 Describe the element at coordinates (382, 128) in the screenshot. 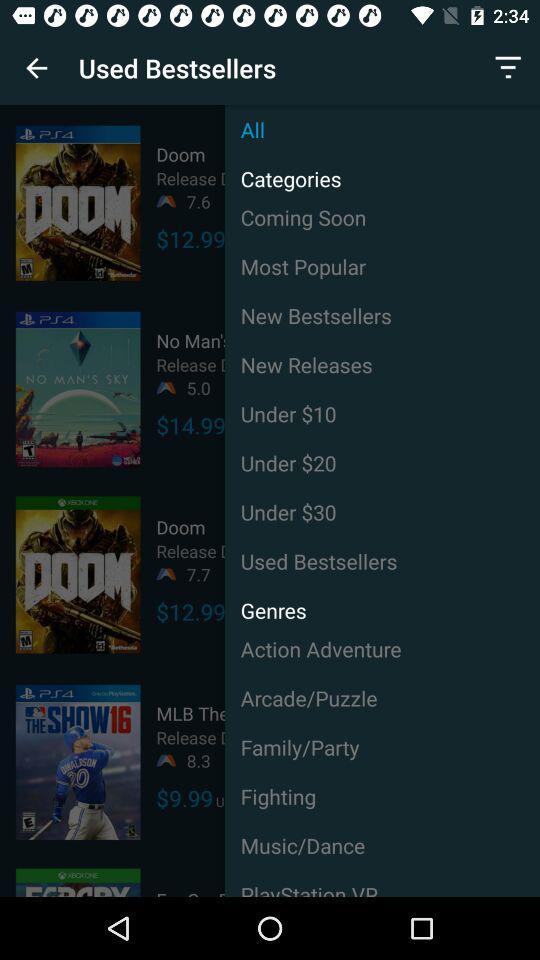

I see `all icon` at that location.